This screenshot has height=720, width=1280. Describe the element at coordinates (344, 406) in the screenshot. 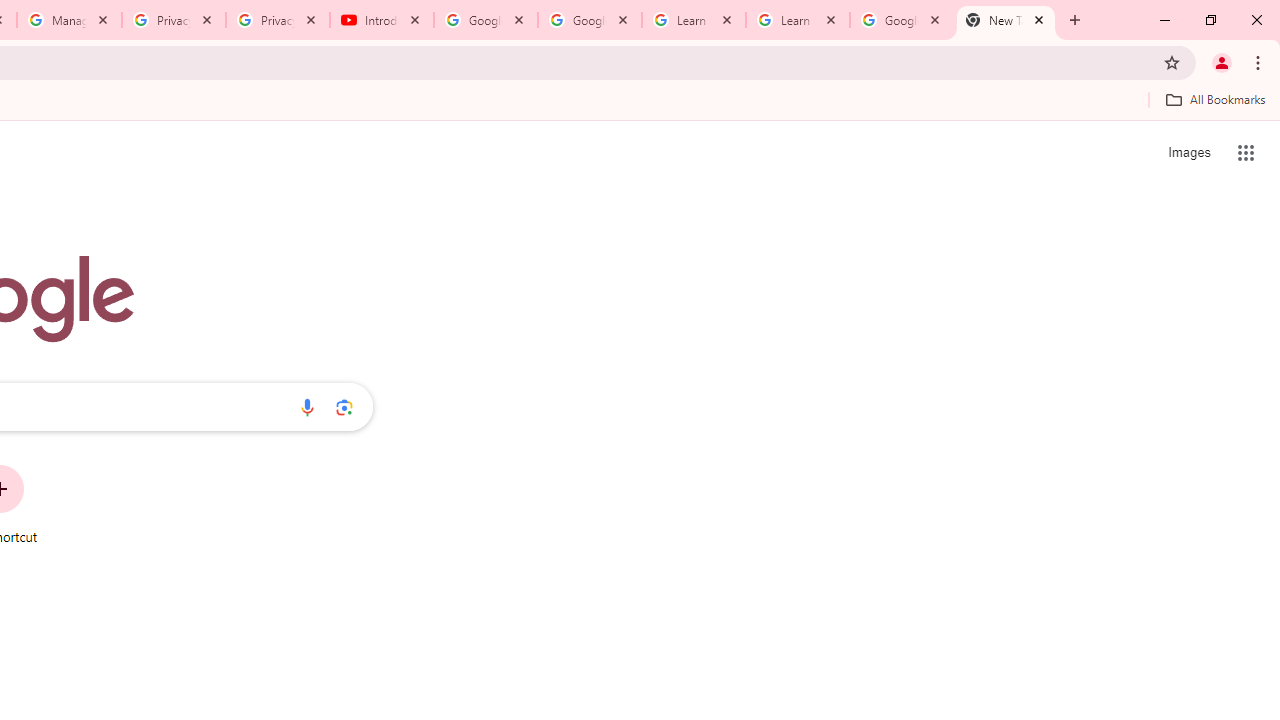

I see `'Search by image'` at that location.